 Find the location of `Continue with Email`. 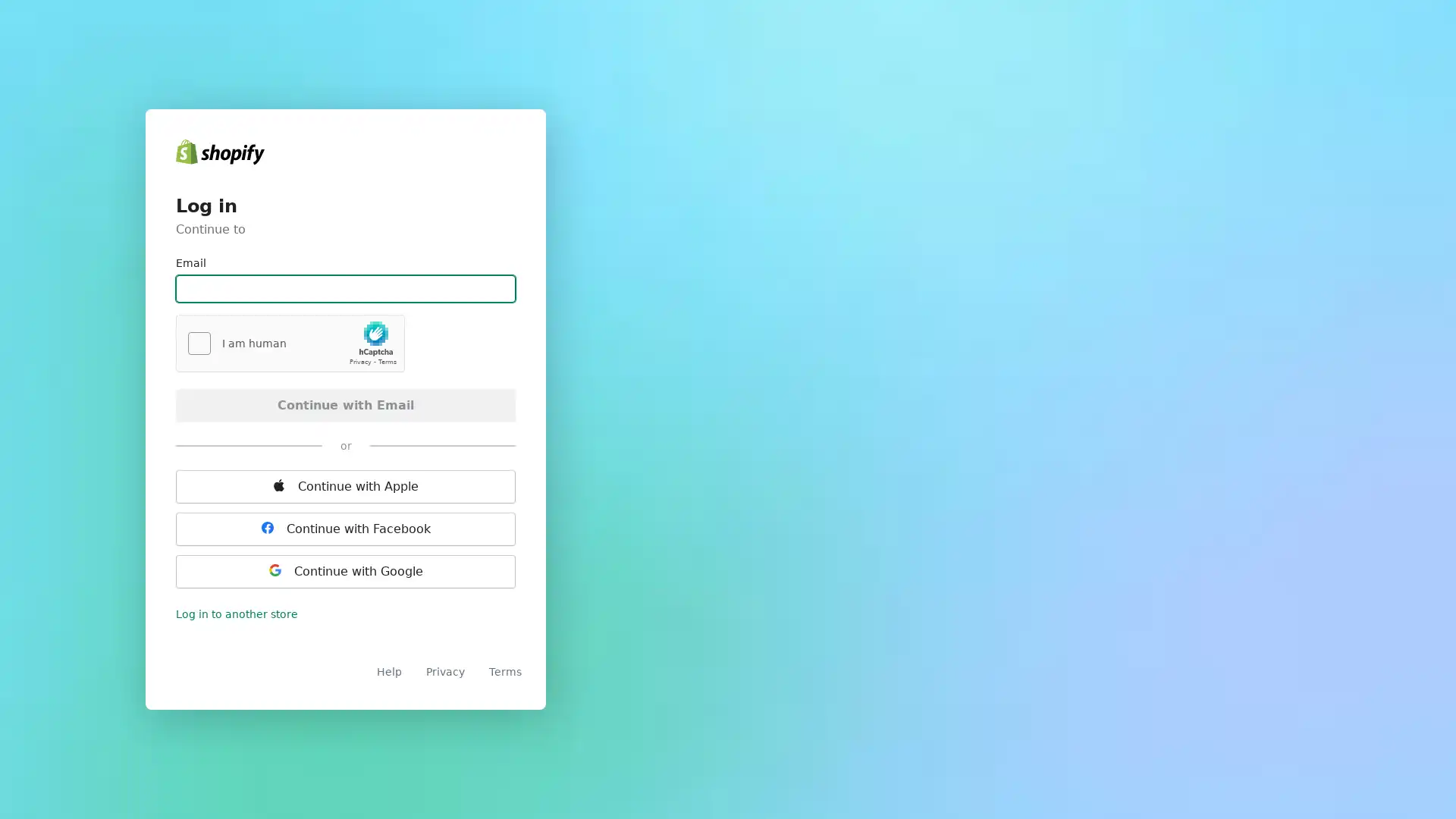

Continue with Email is located at coordinates (345, 403).